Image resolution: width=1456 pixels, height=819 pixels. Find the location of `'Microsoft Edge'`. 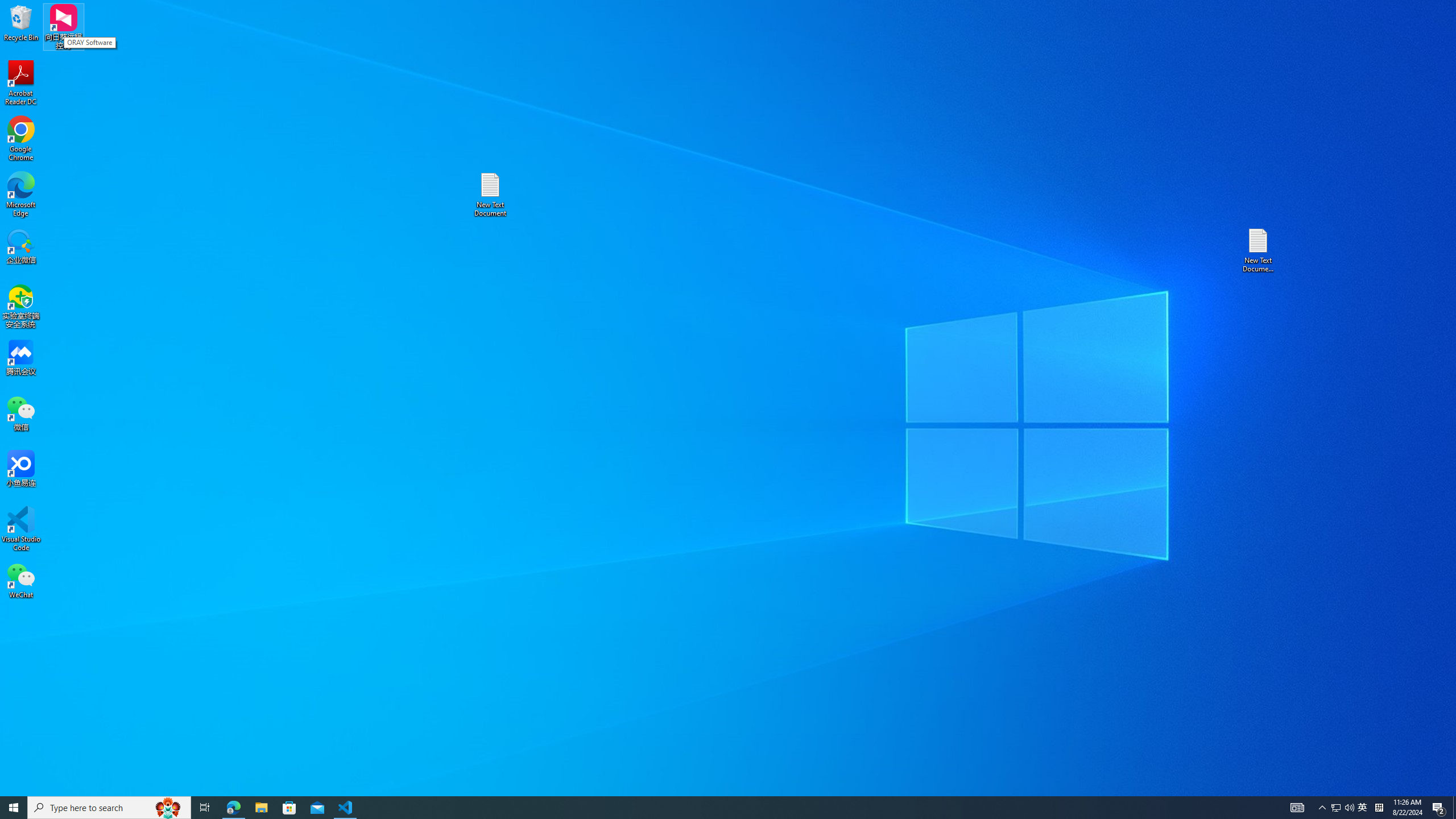

'Microsoft Edge' is located at coordinates (20, 194).